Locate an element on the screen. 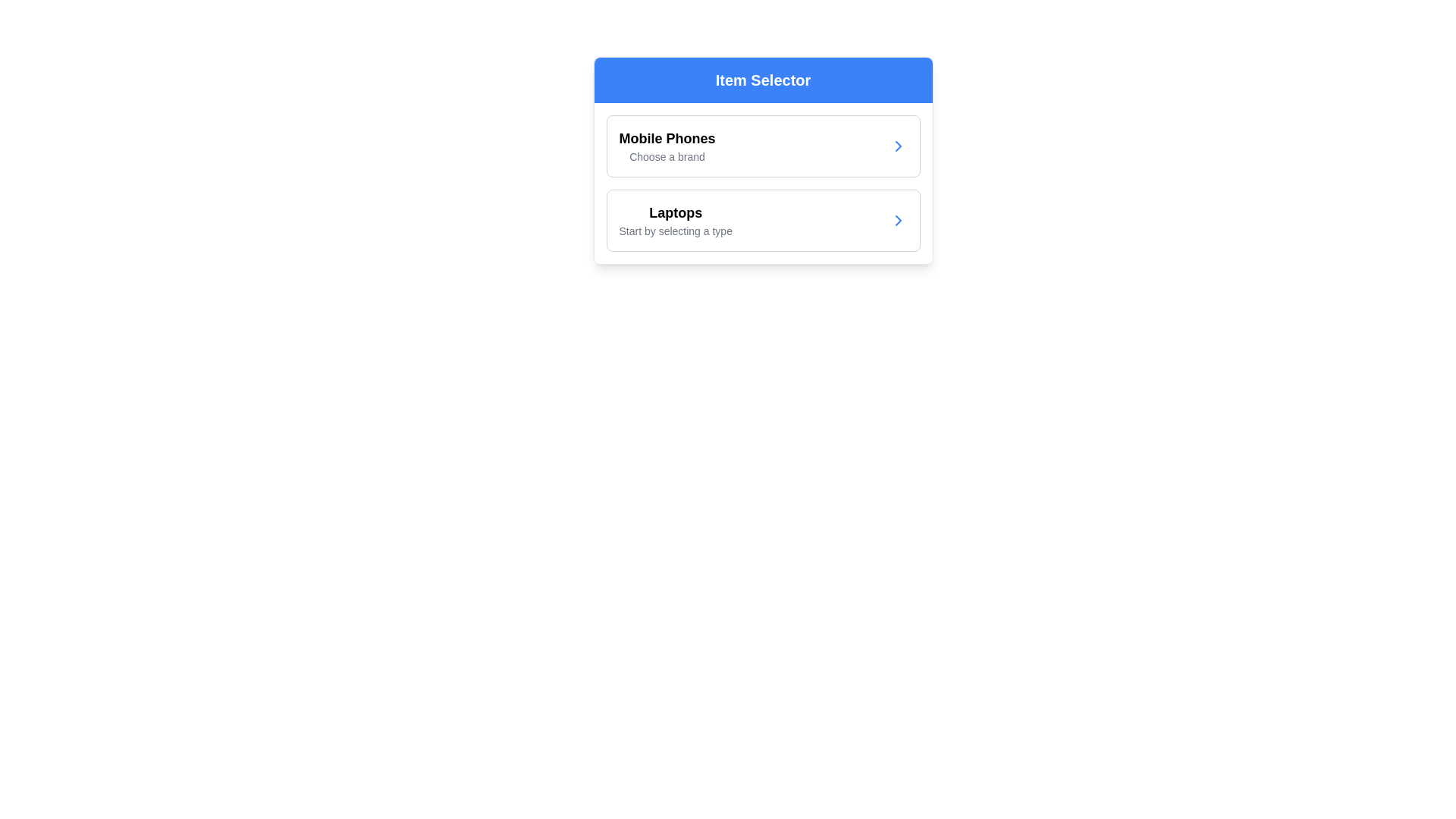 The image size is (1456, 819). the text label that provides instructions related to the 'Laptops' category, located directly below the title 'Laptops' is located at coordinates (675, 231).